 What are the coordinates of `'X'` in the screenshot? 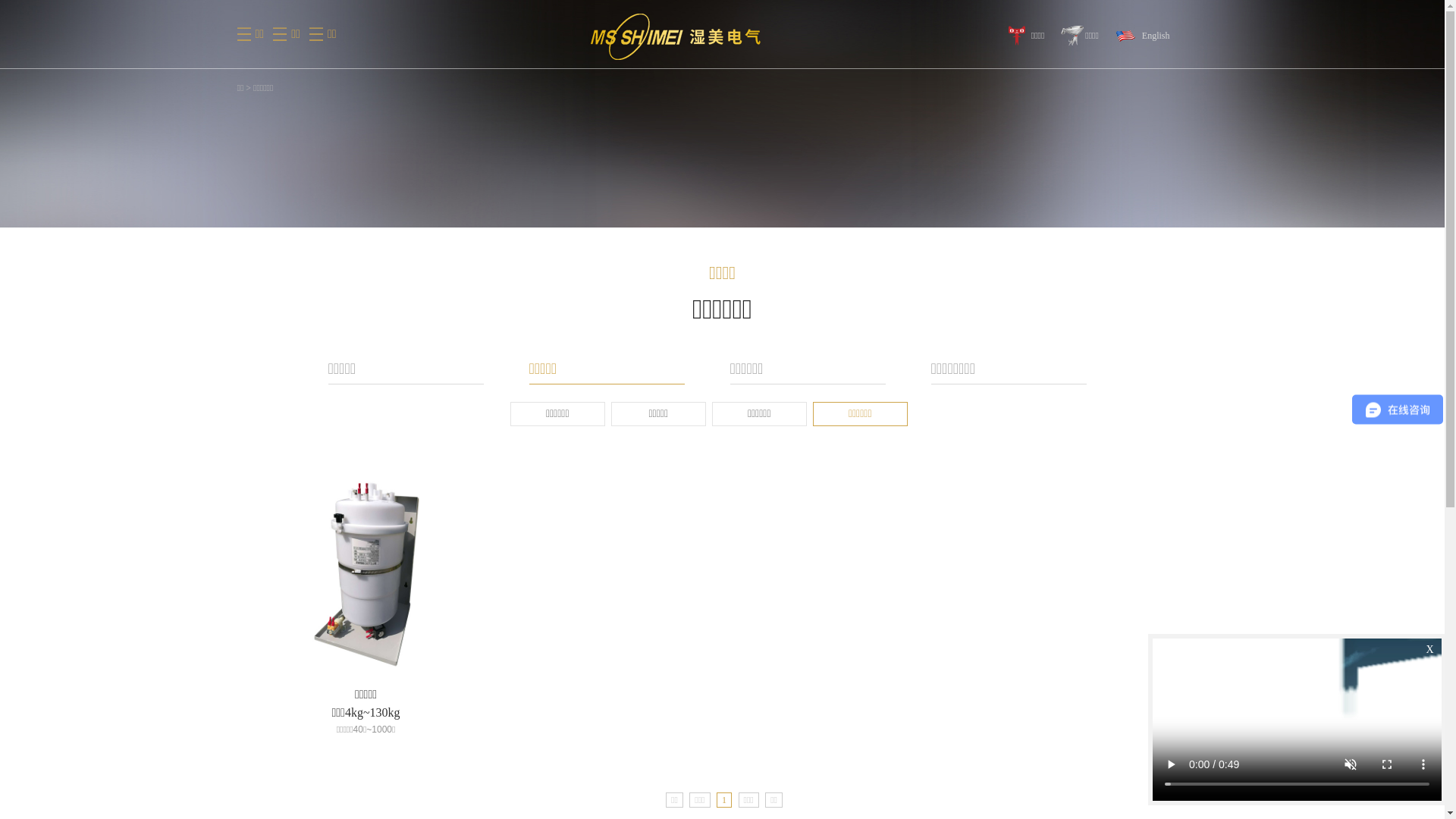 It's located at (1429, 648).